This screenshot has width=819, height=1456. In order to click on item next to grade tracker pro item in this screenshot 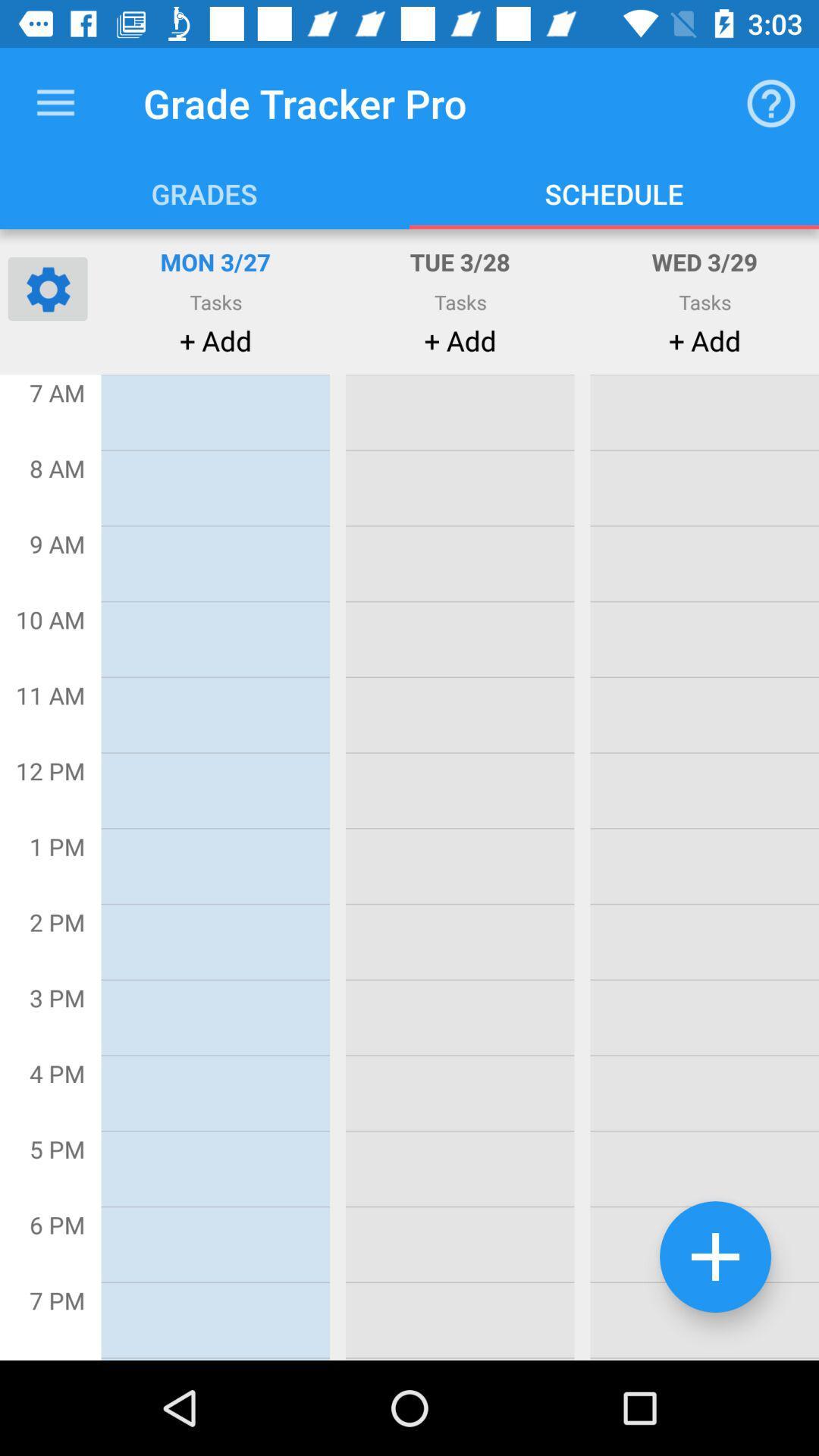, I will do `click(55, 102)`.